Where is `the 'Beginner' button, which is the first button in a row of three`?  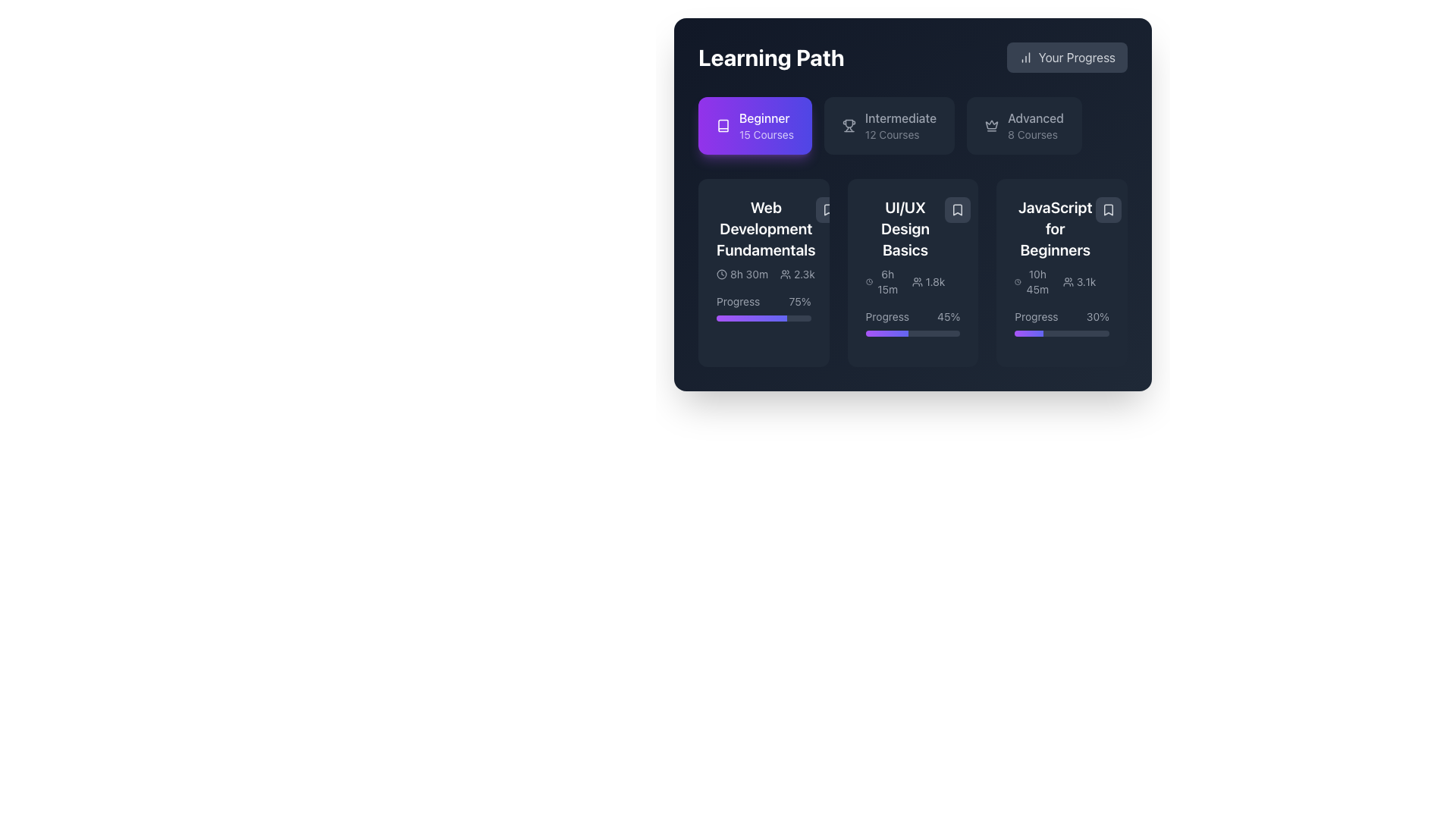
the 'Beginner' button, which is the first button in a row of three is located at coordinates (755, 124).